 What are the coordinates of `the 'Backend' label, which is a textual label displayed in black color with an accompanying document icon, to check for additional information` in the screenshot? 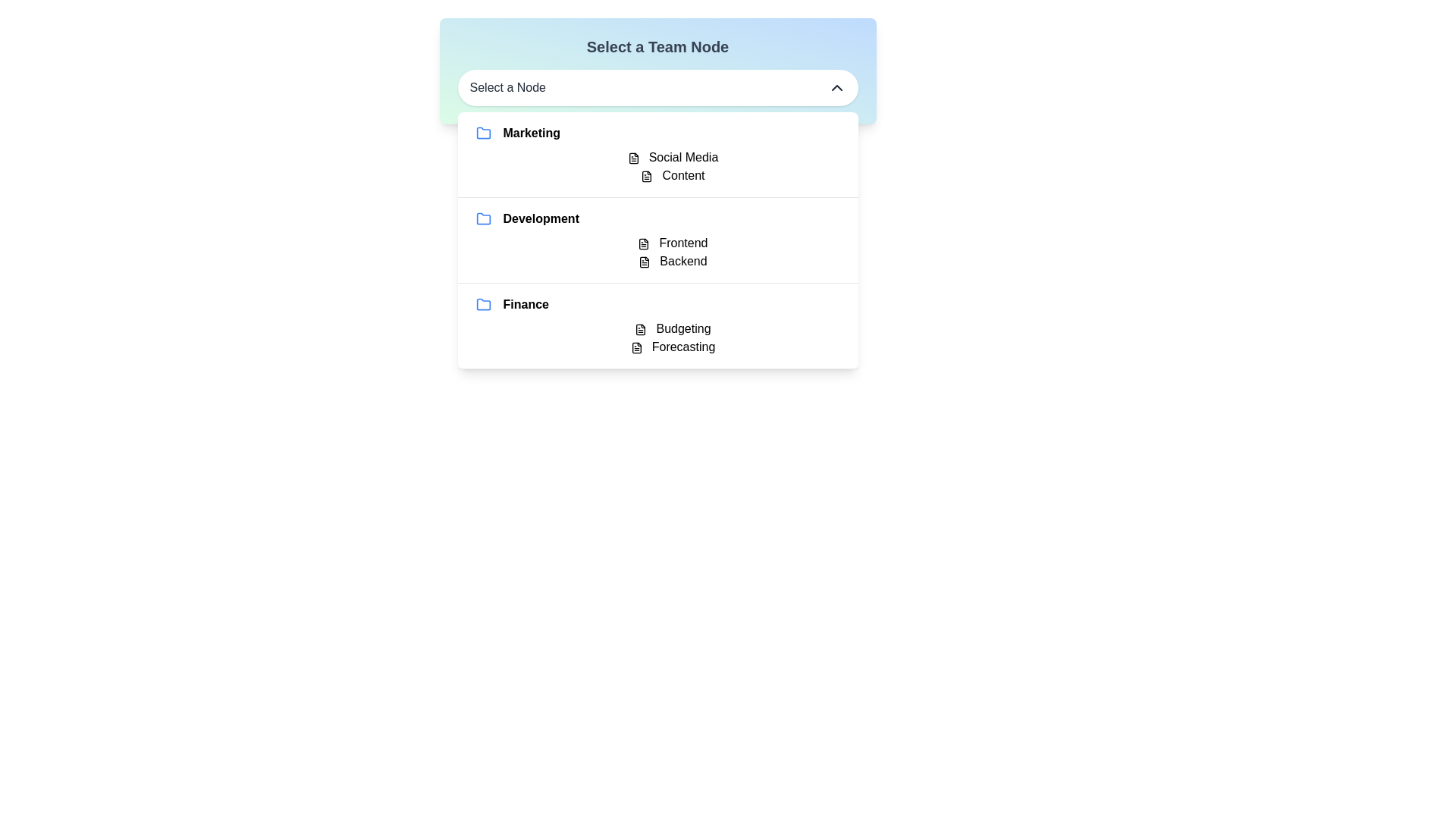 It's located at (672, 260).